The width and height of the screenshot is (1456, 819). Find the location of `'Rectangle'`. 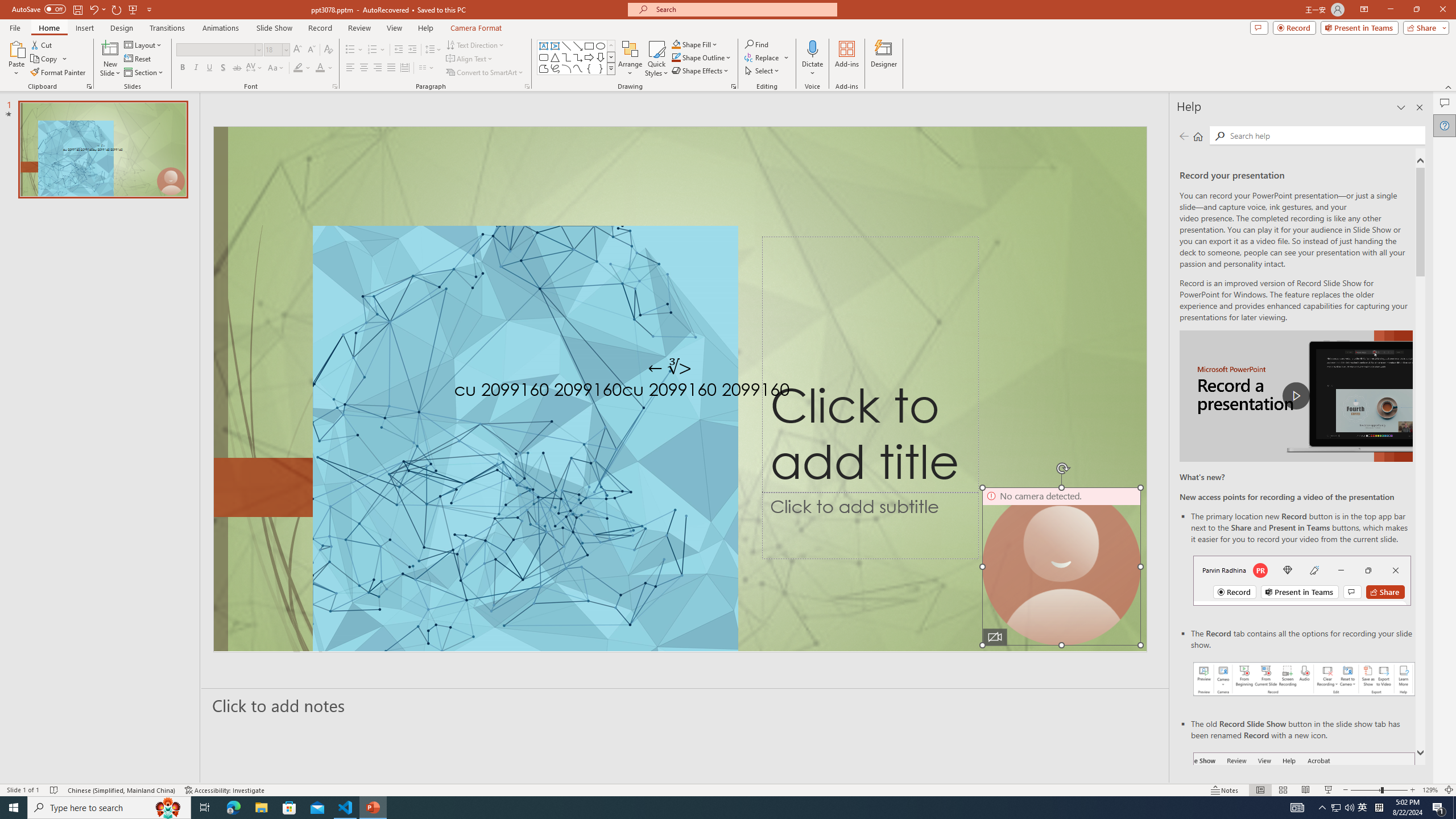

'Rectangle' is located at coordinates (589, 45).